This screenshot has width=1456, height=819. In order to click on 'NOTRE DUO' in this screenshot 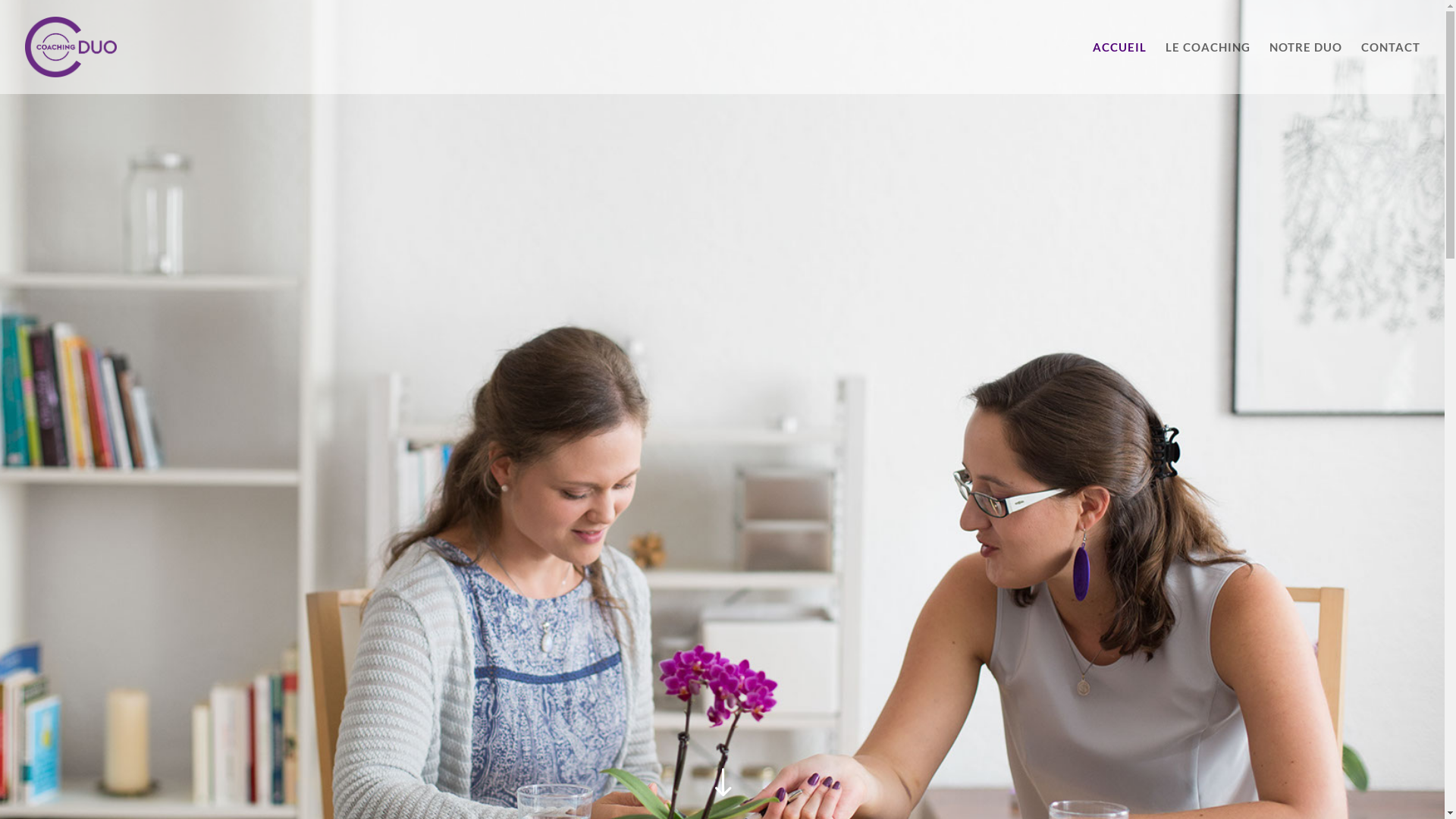, I will do `click(1305, 67)`.